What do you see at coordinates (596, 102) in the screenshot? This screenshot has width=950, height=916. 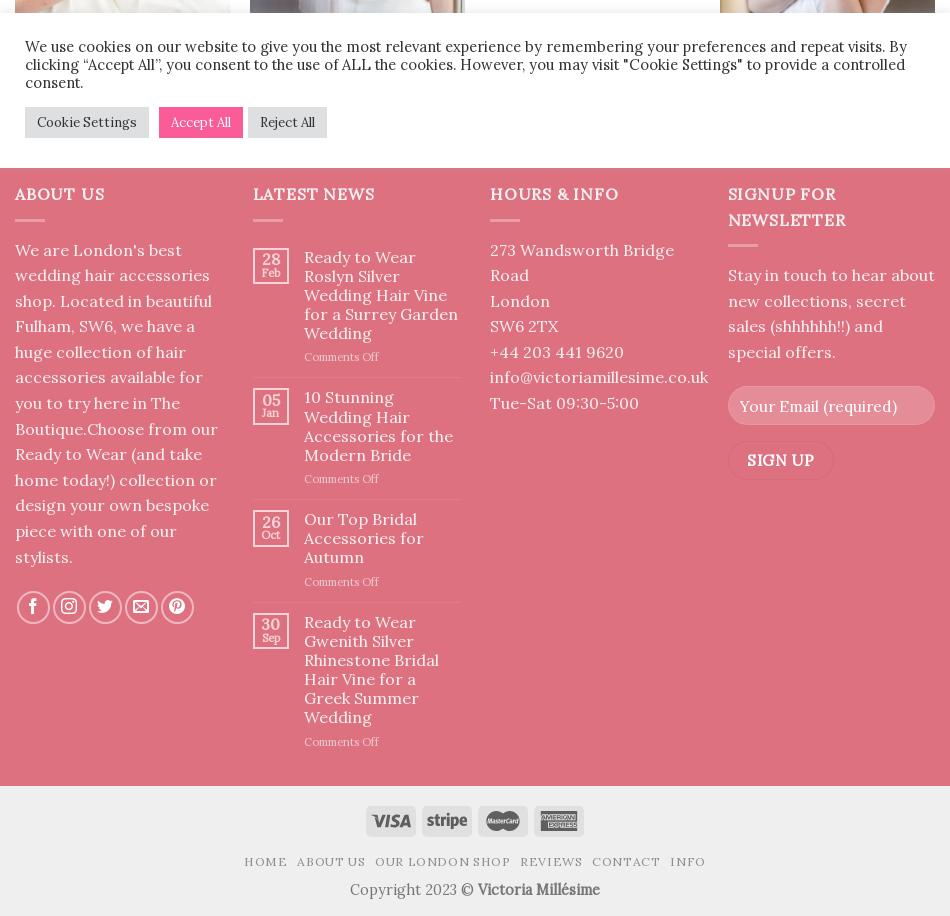 I see `'25.00'` at bounding box center [596, 102].